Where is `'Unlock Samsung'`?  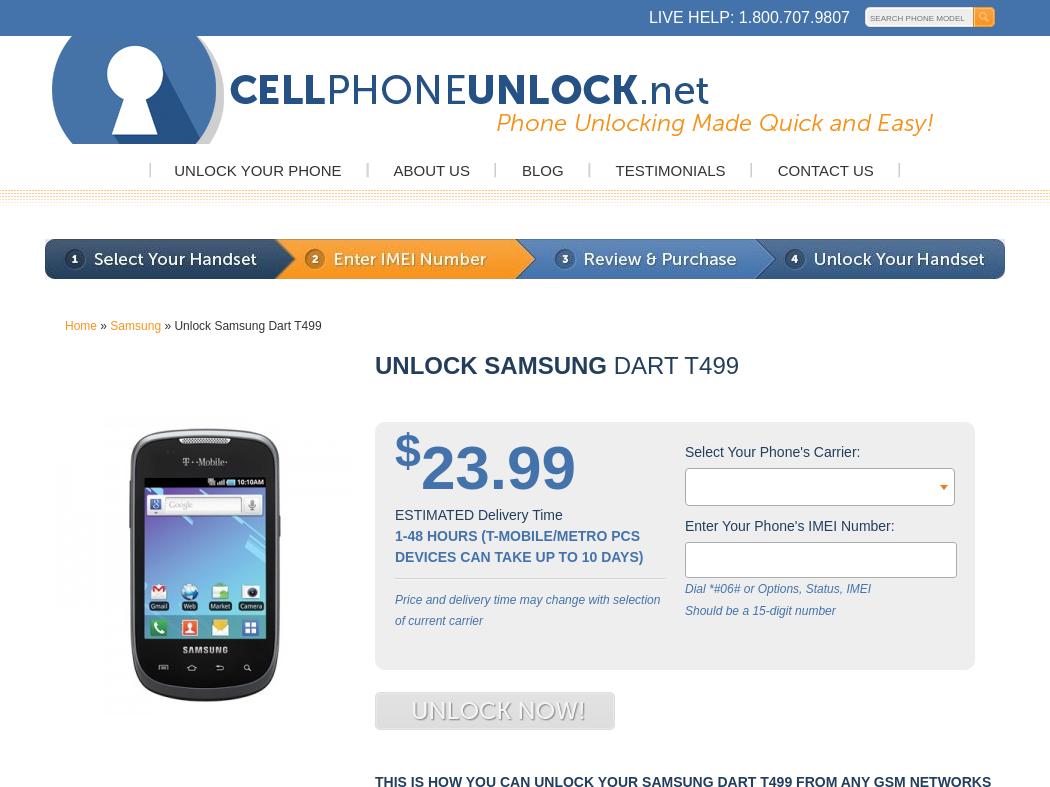 'Unlock Samsung' is located at coordinates (373, 363).